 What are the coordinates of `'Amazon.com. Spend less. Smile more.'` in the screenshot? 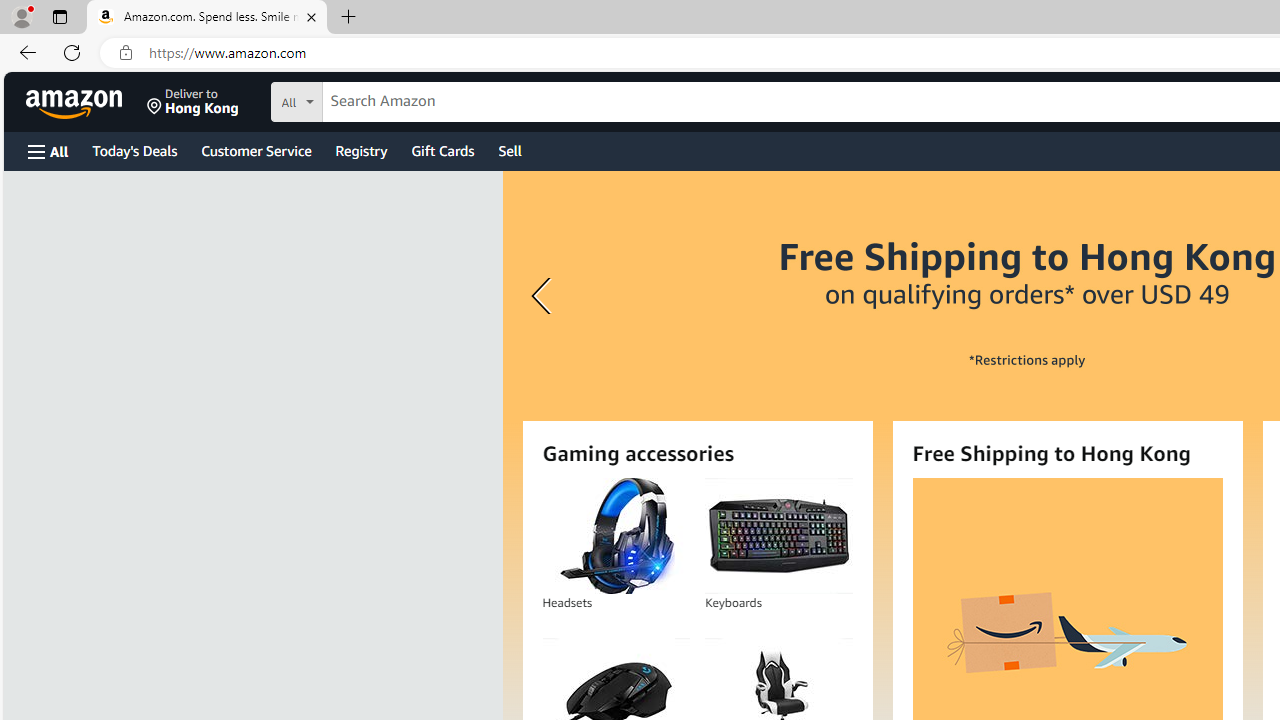 It's located at (207, 17).